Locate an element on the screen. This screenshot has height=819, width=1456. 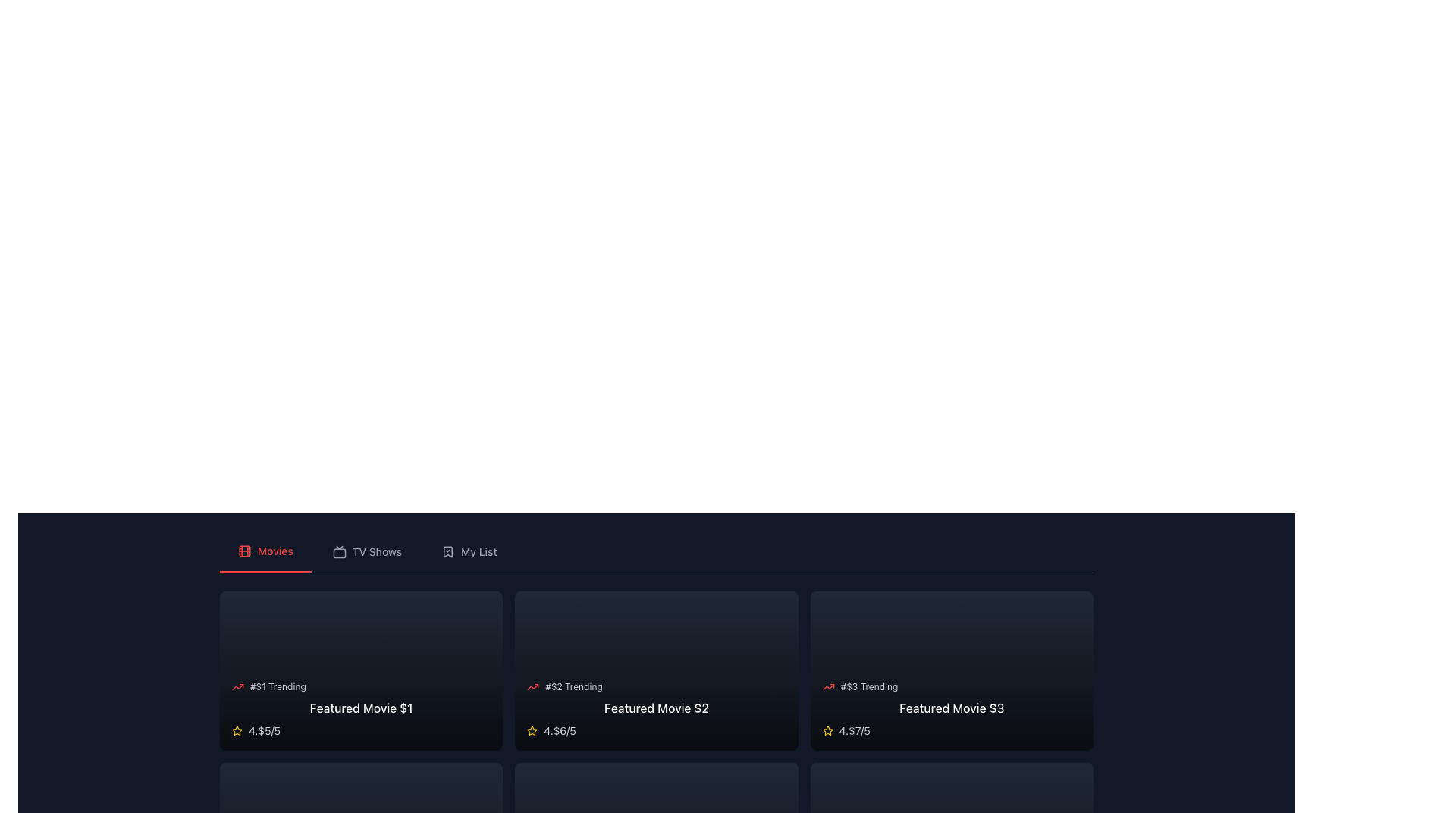
the star-shaped icon with a yellow border located in the rating section below the title 'Featured Movie $1' and next to the text '4.$5/5' is located at coordinates (236, 730).